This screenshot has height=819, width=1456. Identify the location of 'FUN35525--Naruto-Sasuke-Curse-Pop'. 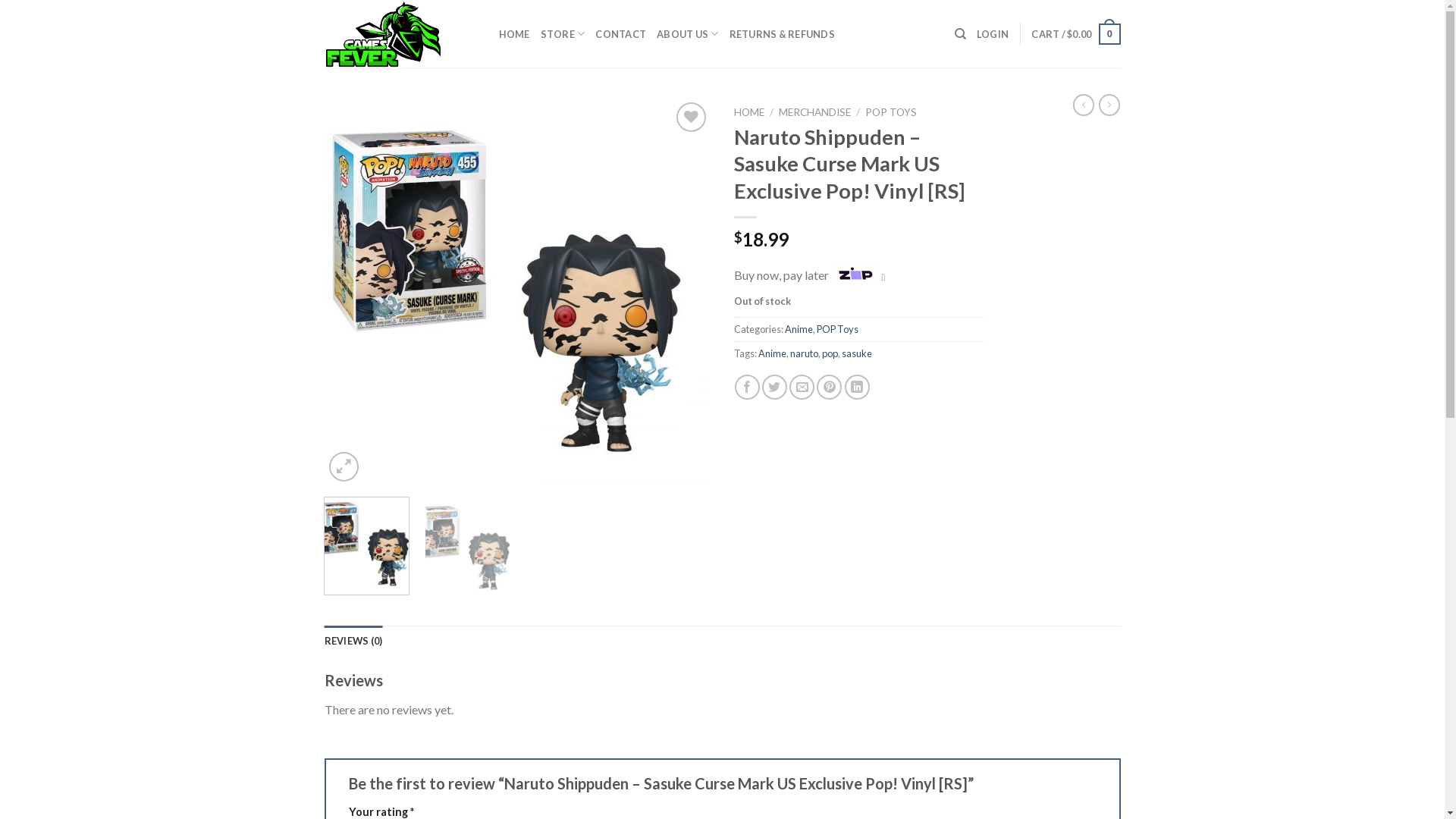
(517, 292).